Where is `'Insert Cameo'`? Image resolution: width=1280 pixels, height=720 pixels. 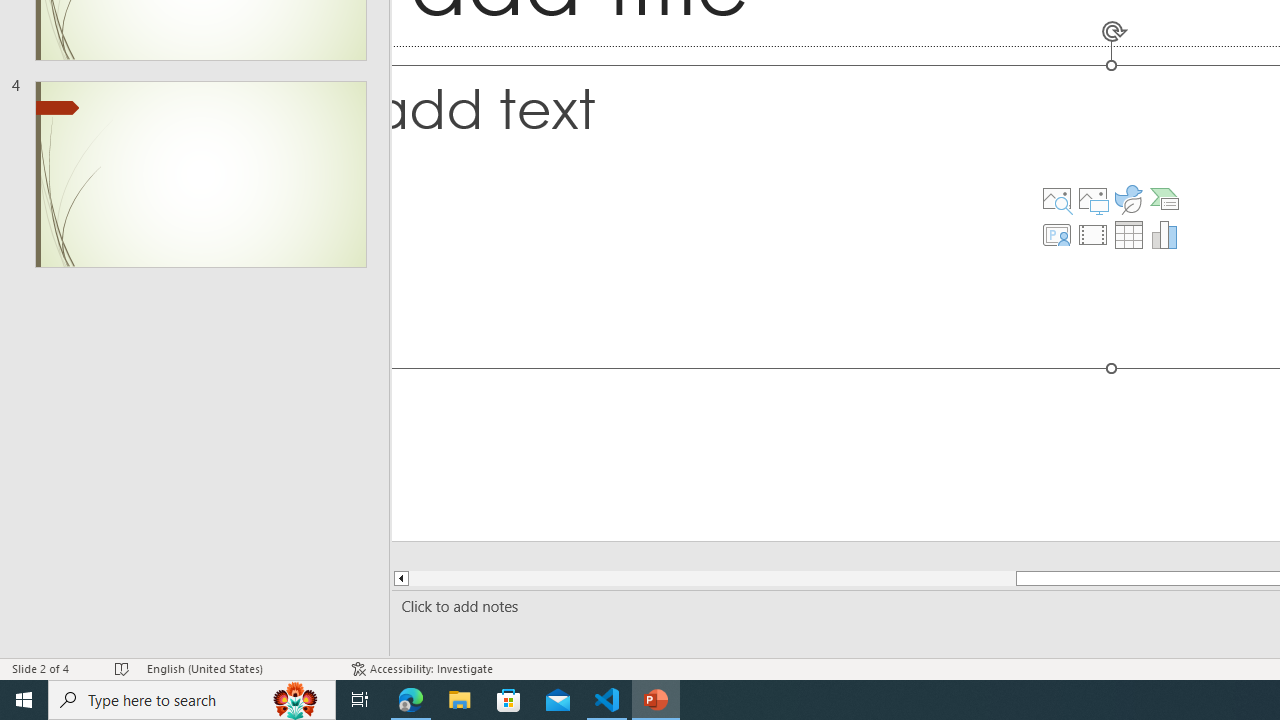
'Insert Cameo' is located at coordinates (1055, 234).